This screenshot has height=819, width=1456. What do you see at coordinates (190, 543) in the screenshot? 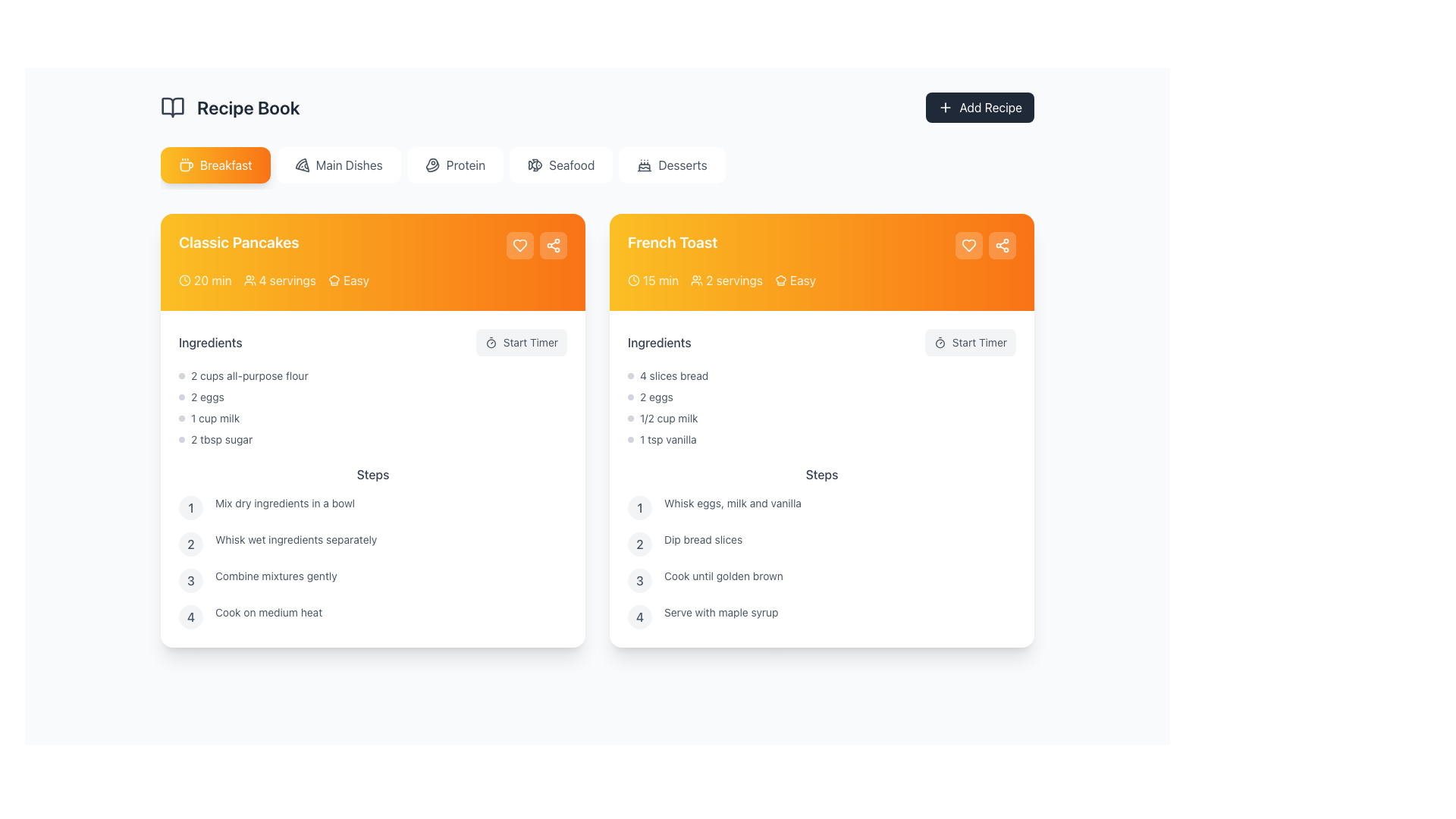
I see `the icon badge displaying the number for the 2nd step in the 'Classic Pancakes' recipe, which is located to the left of the text 'Whisk wet ingredients separately.'` at bounding box center [190, 543].